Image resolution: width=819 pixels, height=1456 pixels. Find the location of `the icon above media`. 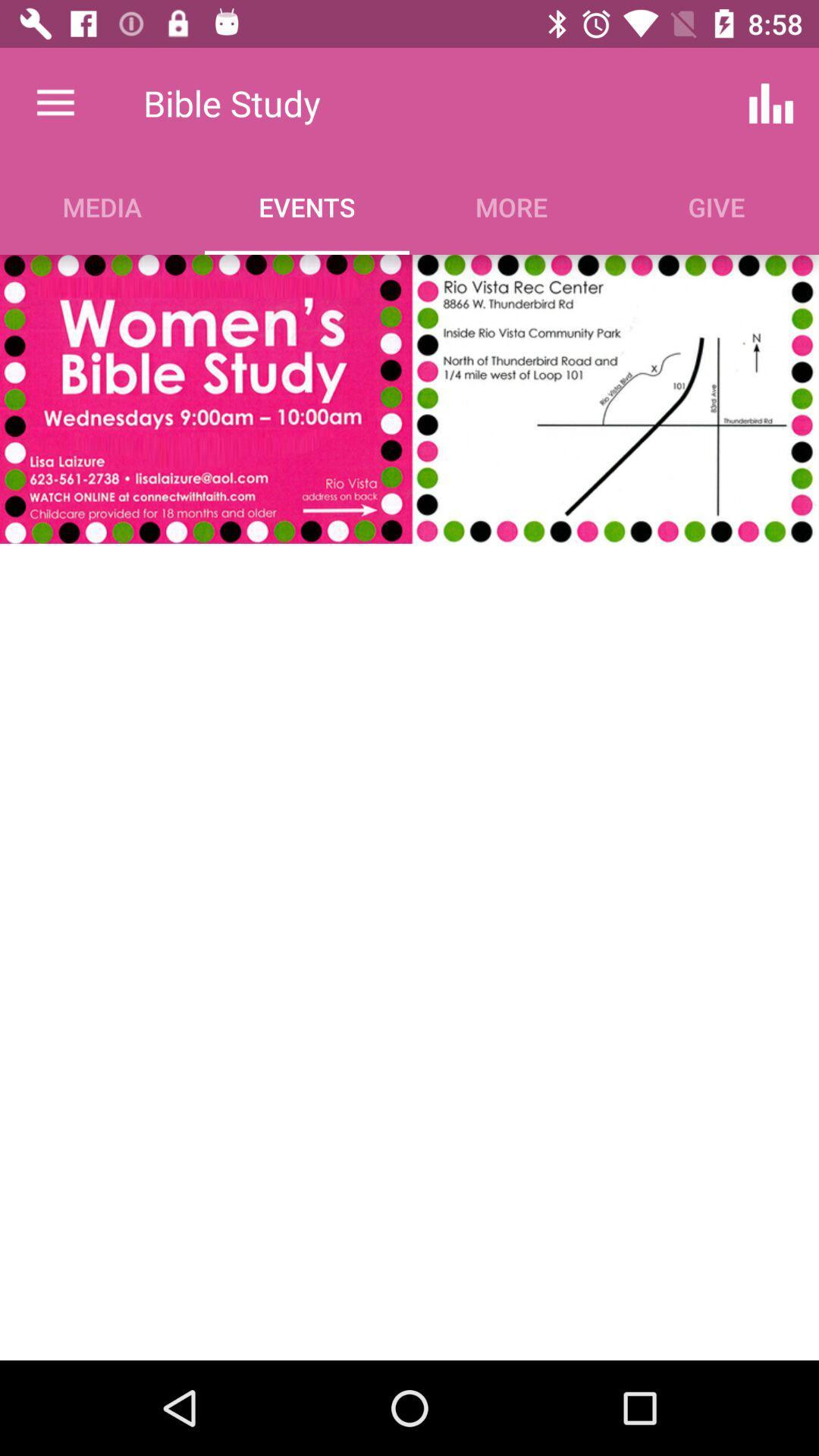

the icon above media is located at coordinates (55, 102).